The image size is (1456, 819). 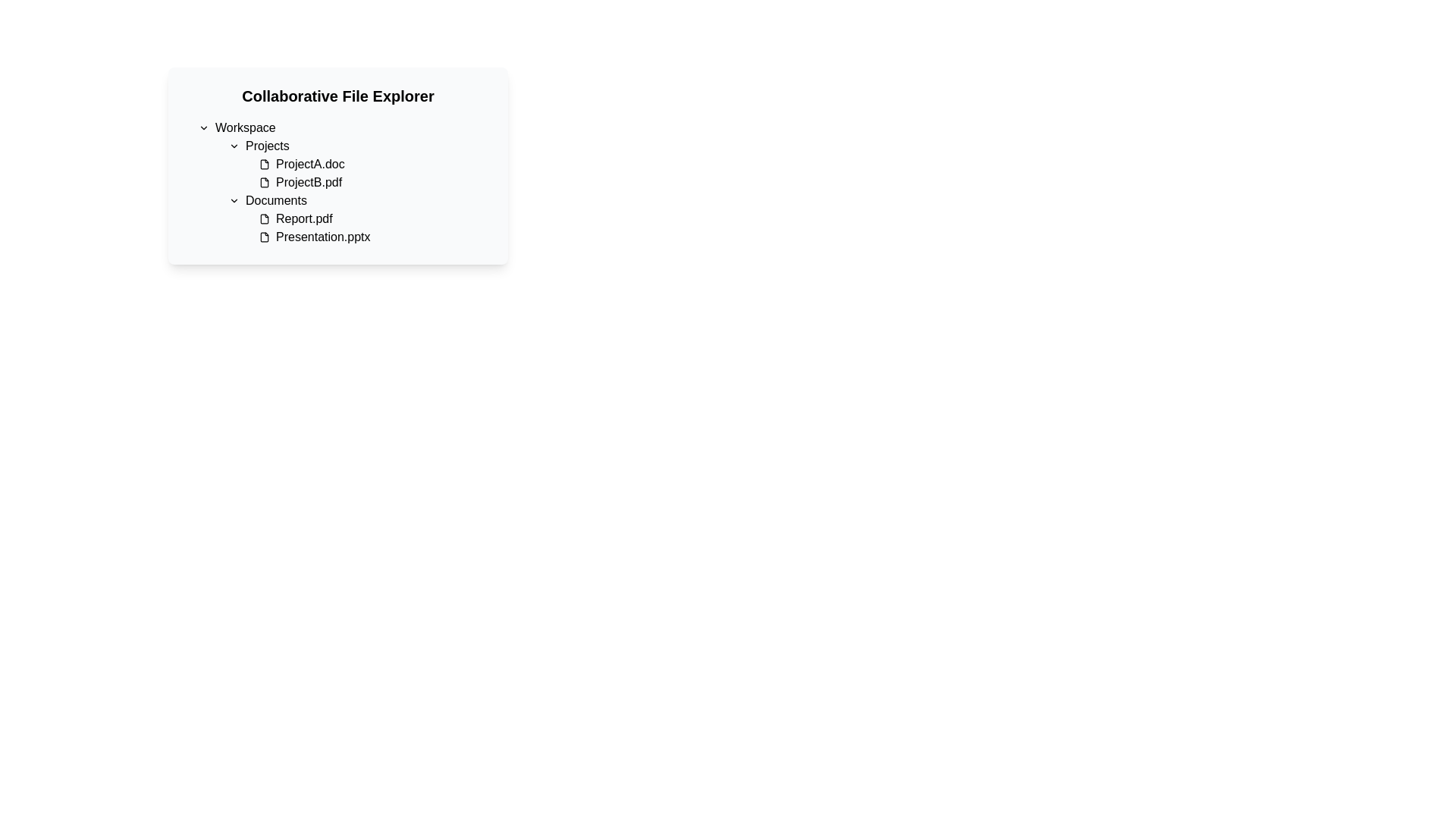 I want to click on the chevron icon next to the 'Documents' label, so click(x=276, y=200).